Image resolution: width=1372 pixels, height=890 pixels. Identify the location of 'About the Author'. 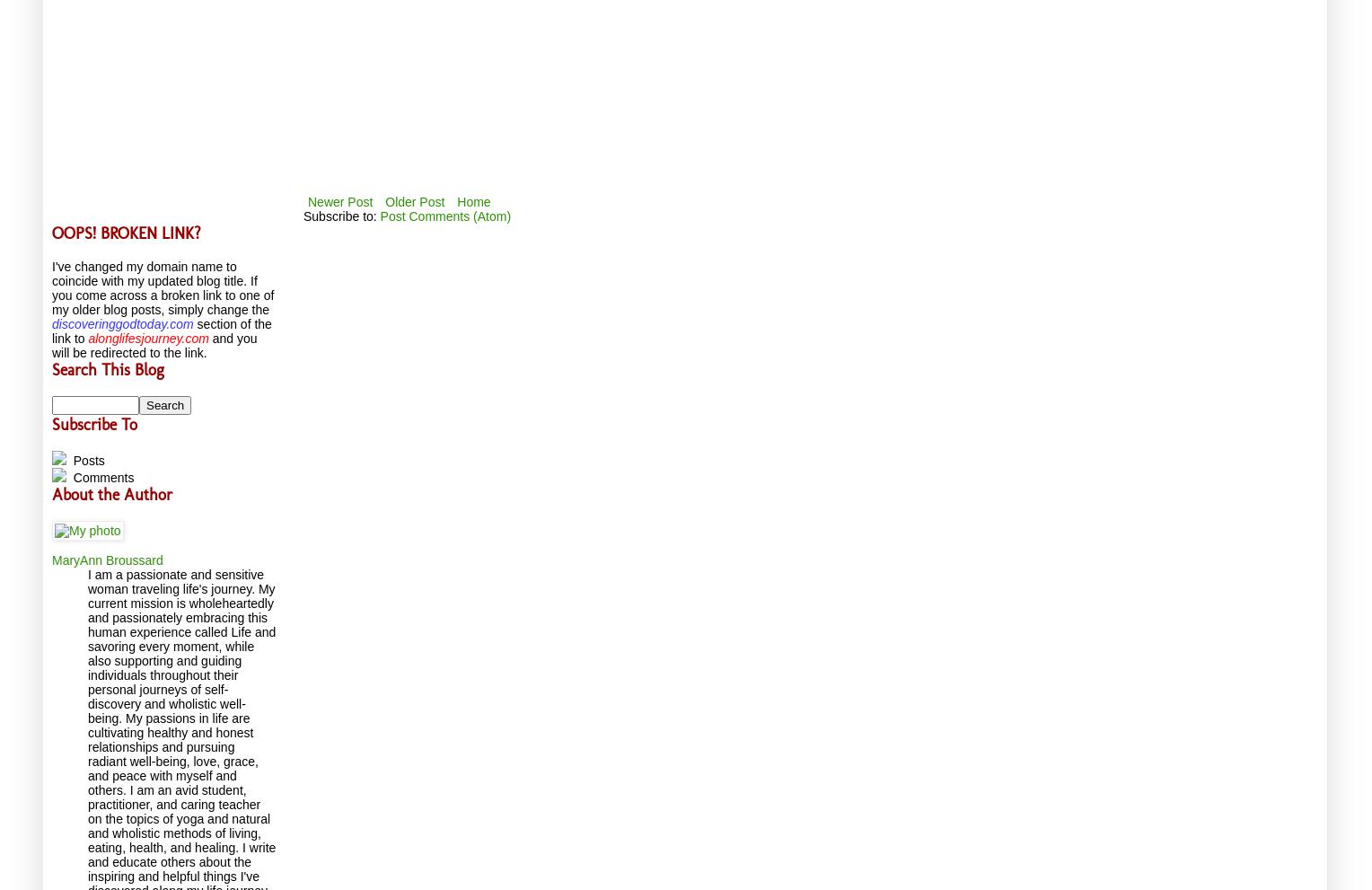
(110, 493).